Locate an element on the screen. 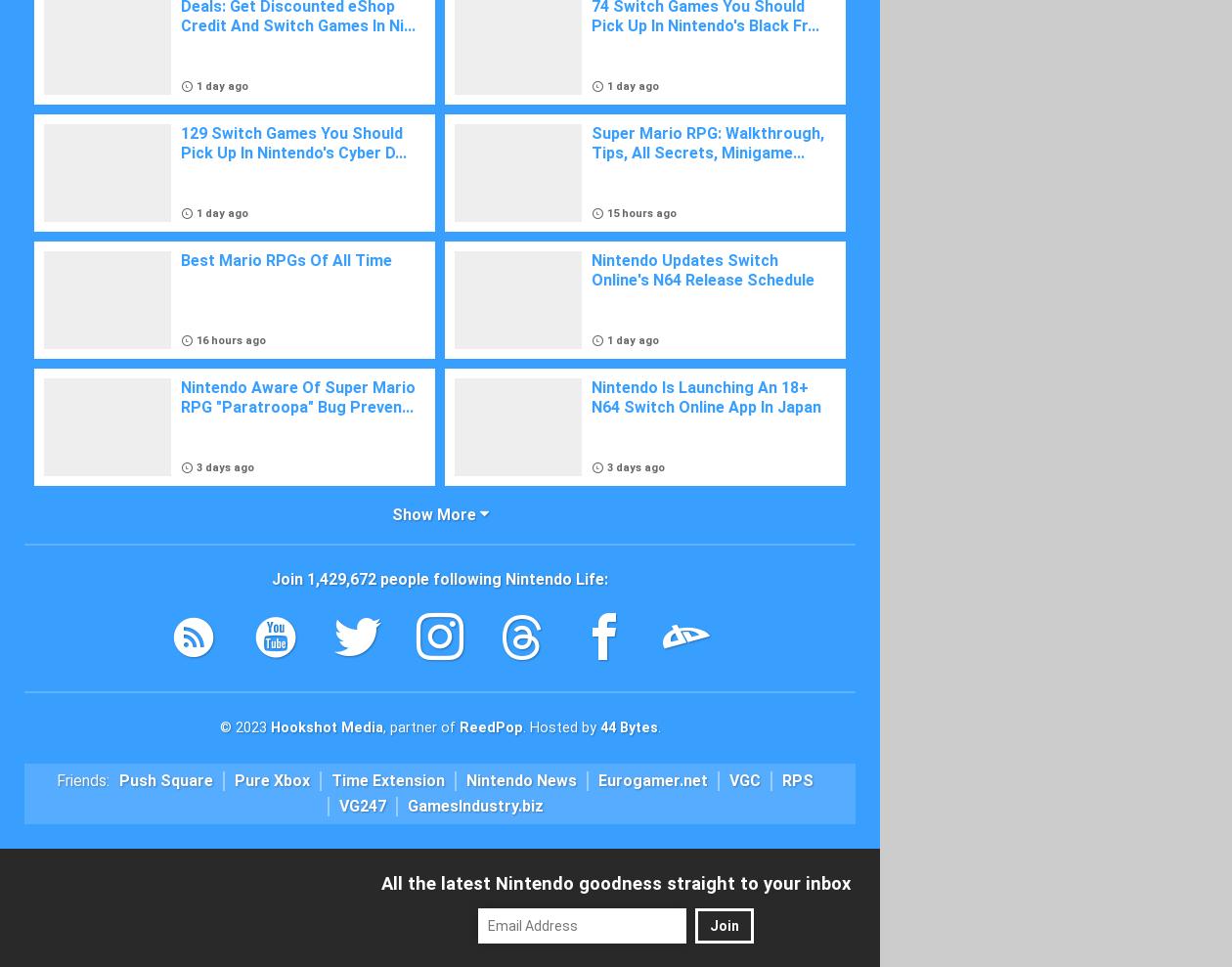 This screenshot has height=967, width=1232. 'GamesIndustry.biz' is located at coordinates (474, 804).